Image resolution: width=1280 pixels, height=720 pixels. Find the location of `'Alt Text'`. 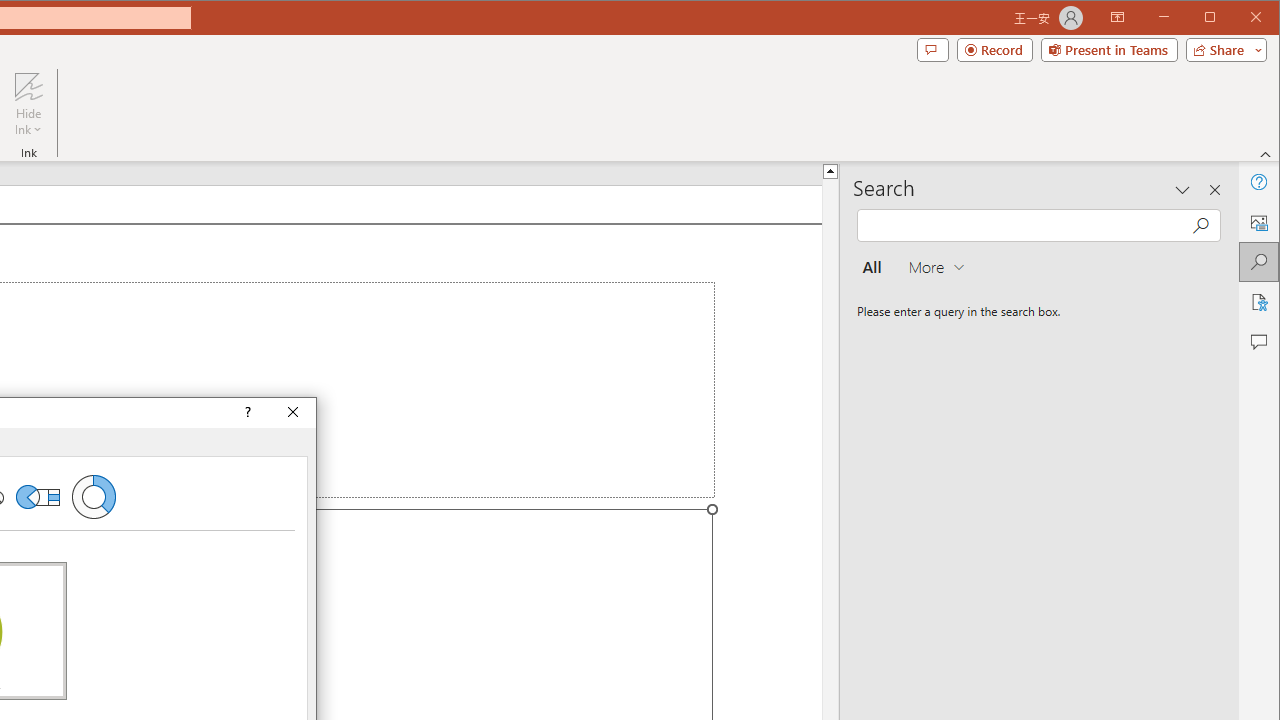

'Alt Text' is located at coordinates (1257, 222).